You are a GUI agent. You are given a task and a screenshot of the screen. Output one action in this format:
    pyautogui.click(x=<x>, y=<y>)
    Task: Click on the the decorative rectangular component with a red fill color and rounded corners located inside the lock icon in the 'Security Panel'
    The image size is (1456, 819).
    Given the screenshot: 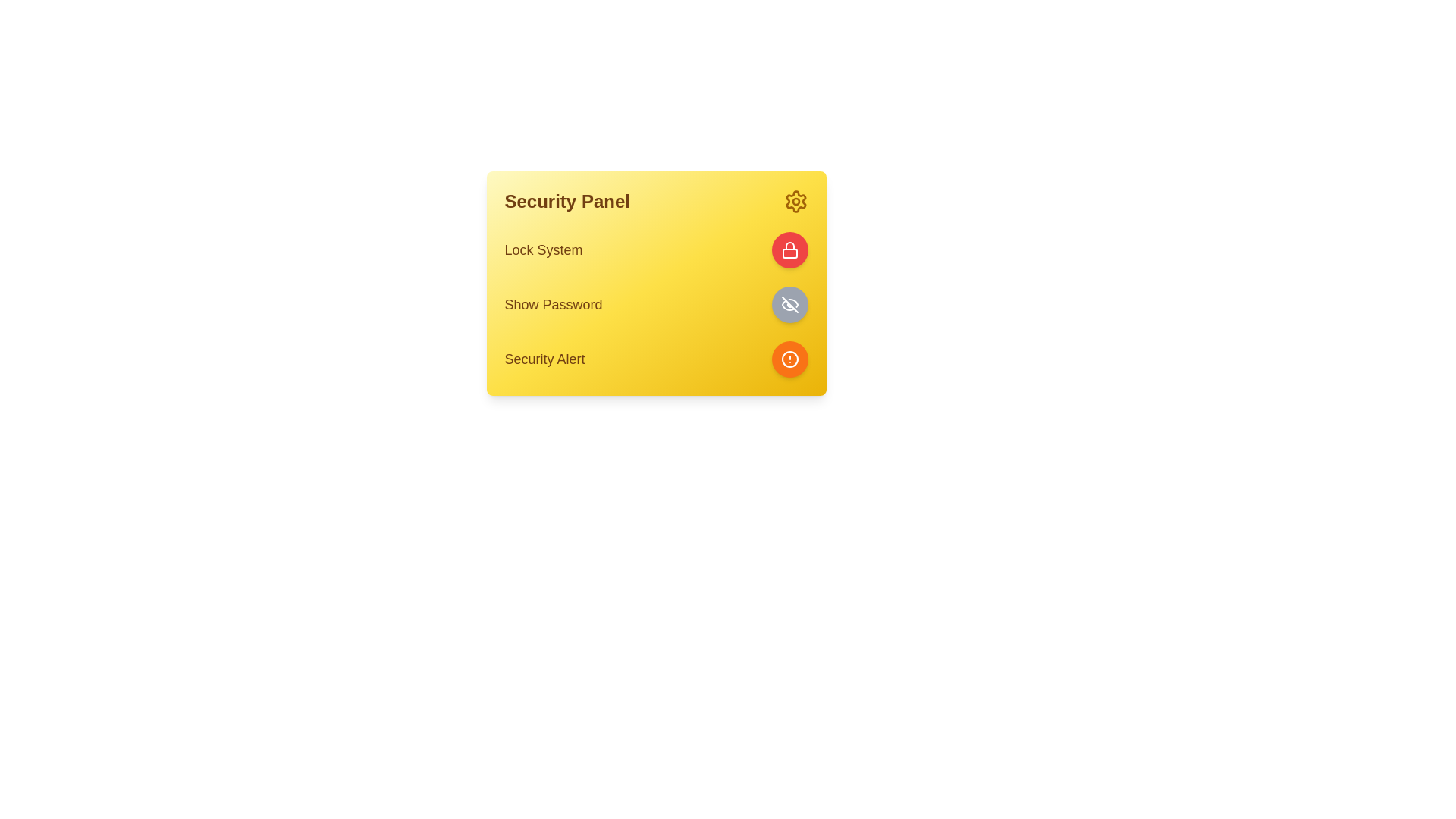 What is the action you would take?
    pyautogui.click(x=789, y=253)
    